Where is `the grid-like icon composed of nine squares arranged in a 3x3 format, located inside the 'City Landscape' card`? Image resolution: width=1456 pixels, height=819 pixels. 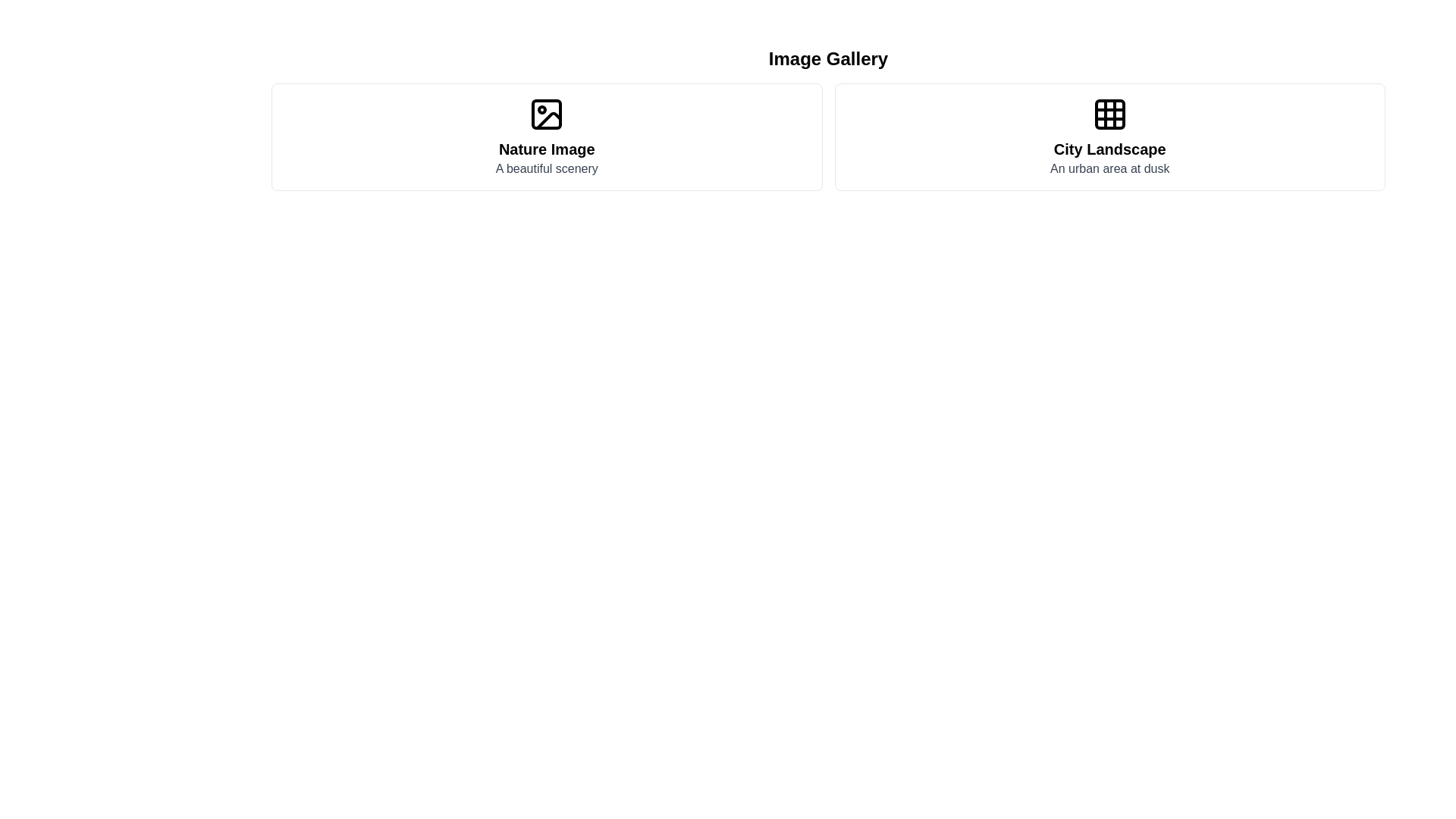
the grid-like icon composed of nine squares arranged in a 3x3 format, located inside the 'City Landscape' card is located at coordinates (1109, 113).